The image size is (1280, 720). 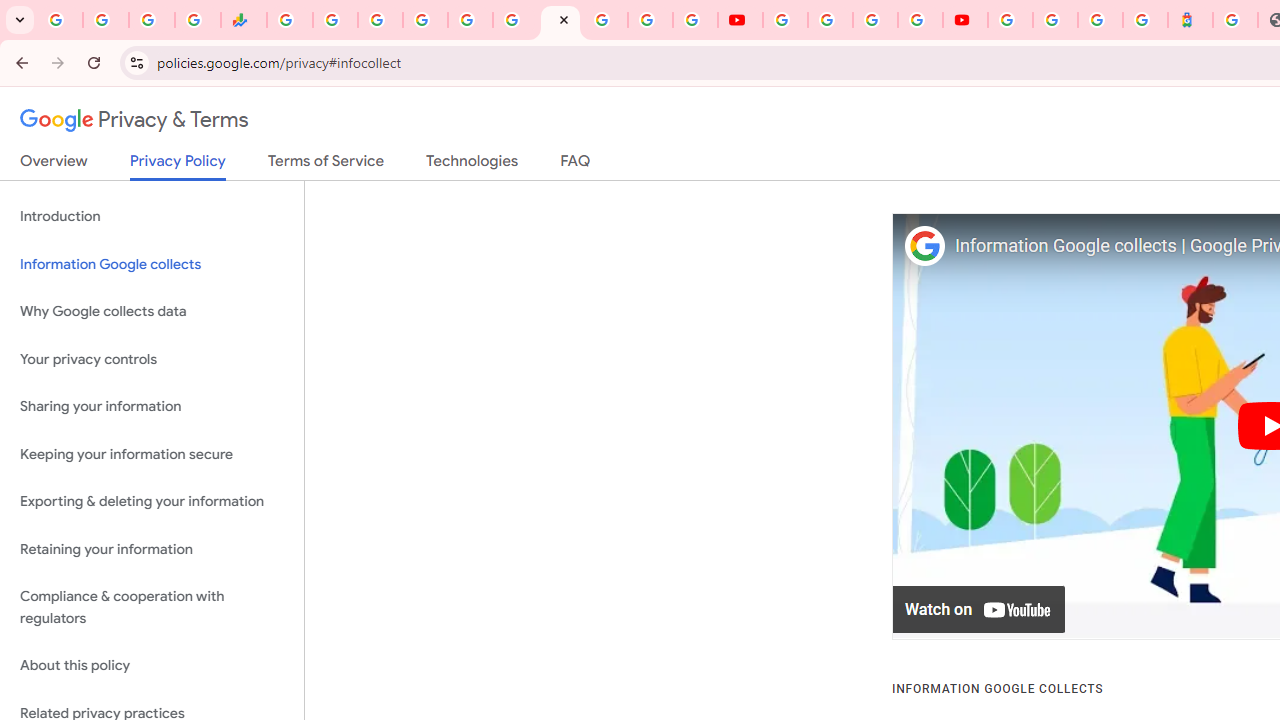 I want to click on 'Photo image of Google', so click(x=923, y=245).